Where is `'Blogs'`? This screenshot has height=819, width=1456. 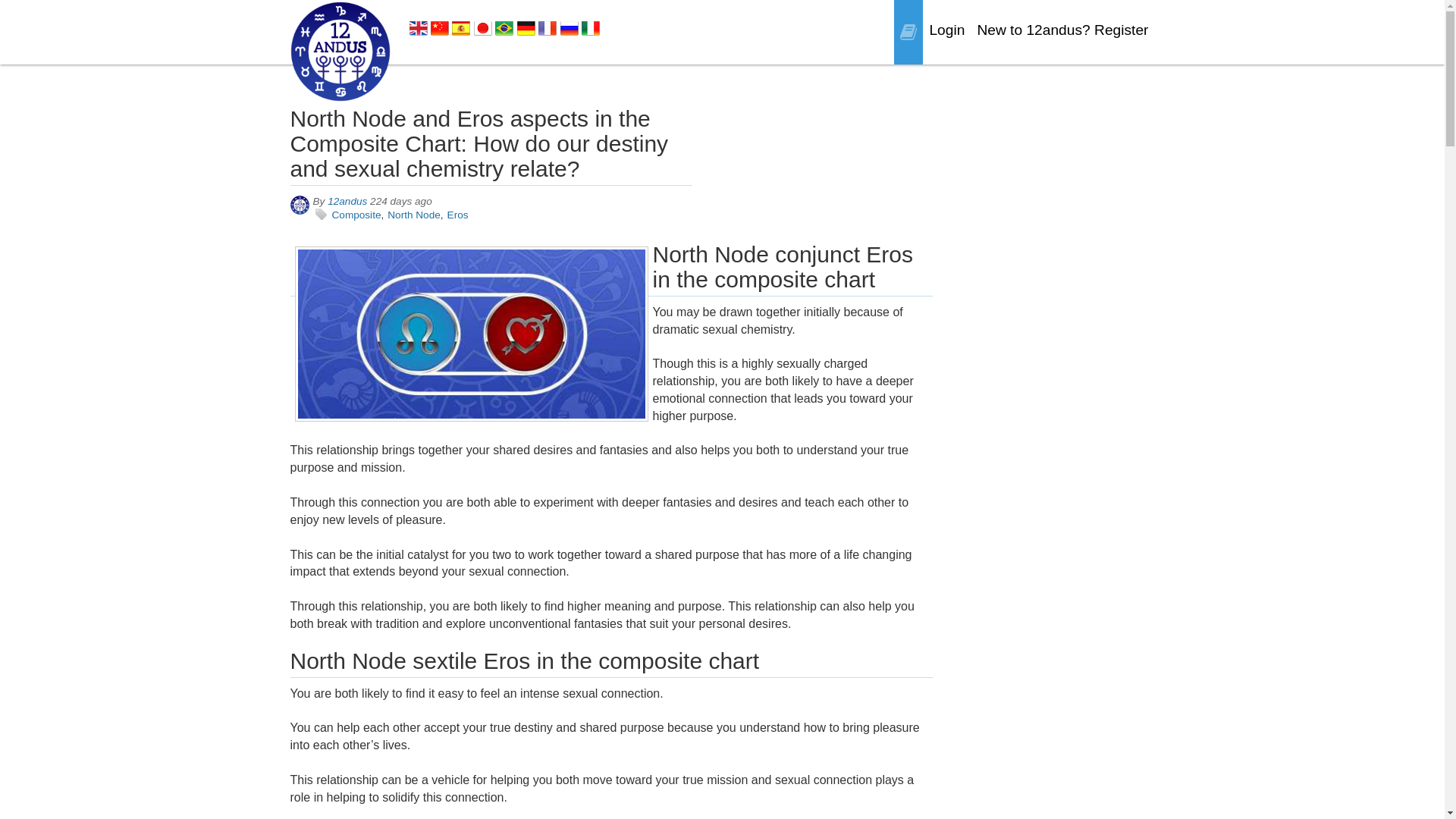
'Blogs' is located at coordinates (908, 33).